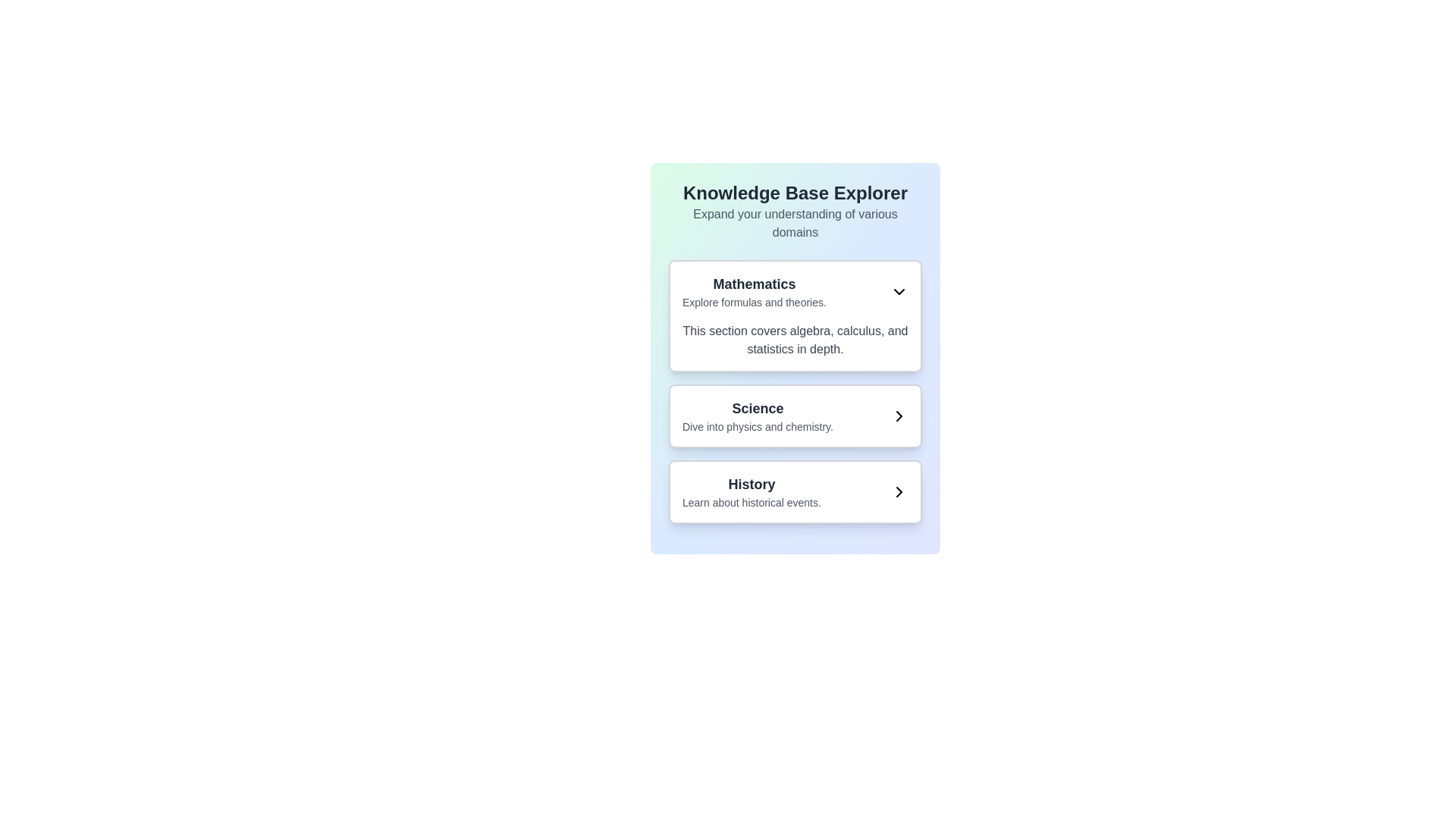 This screenshot has width=1456, height=819. Describe the element at coordinates (795, 491) in the screenshot. I see `the list item titled 'History' that contains a bold heading and a description about historical events, located as the third option in the 'Knowledge Base Explorer' section` at that location.